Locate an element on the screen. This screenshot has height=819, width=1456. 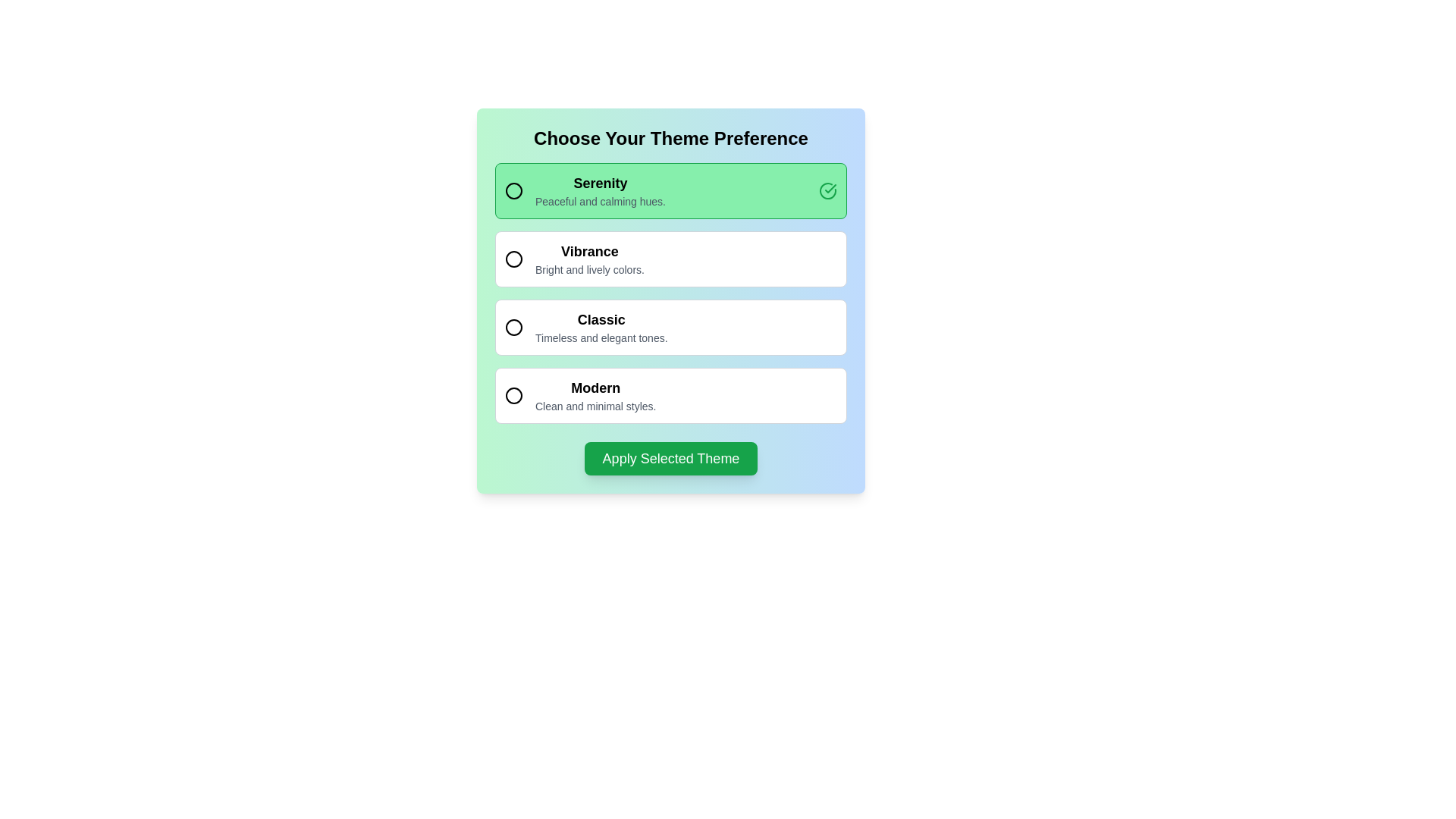
the 'Classic' selectable card is located at coordinates (670, 301).